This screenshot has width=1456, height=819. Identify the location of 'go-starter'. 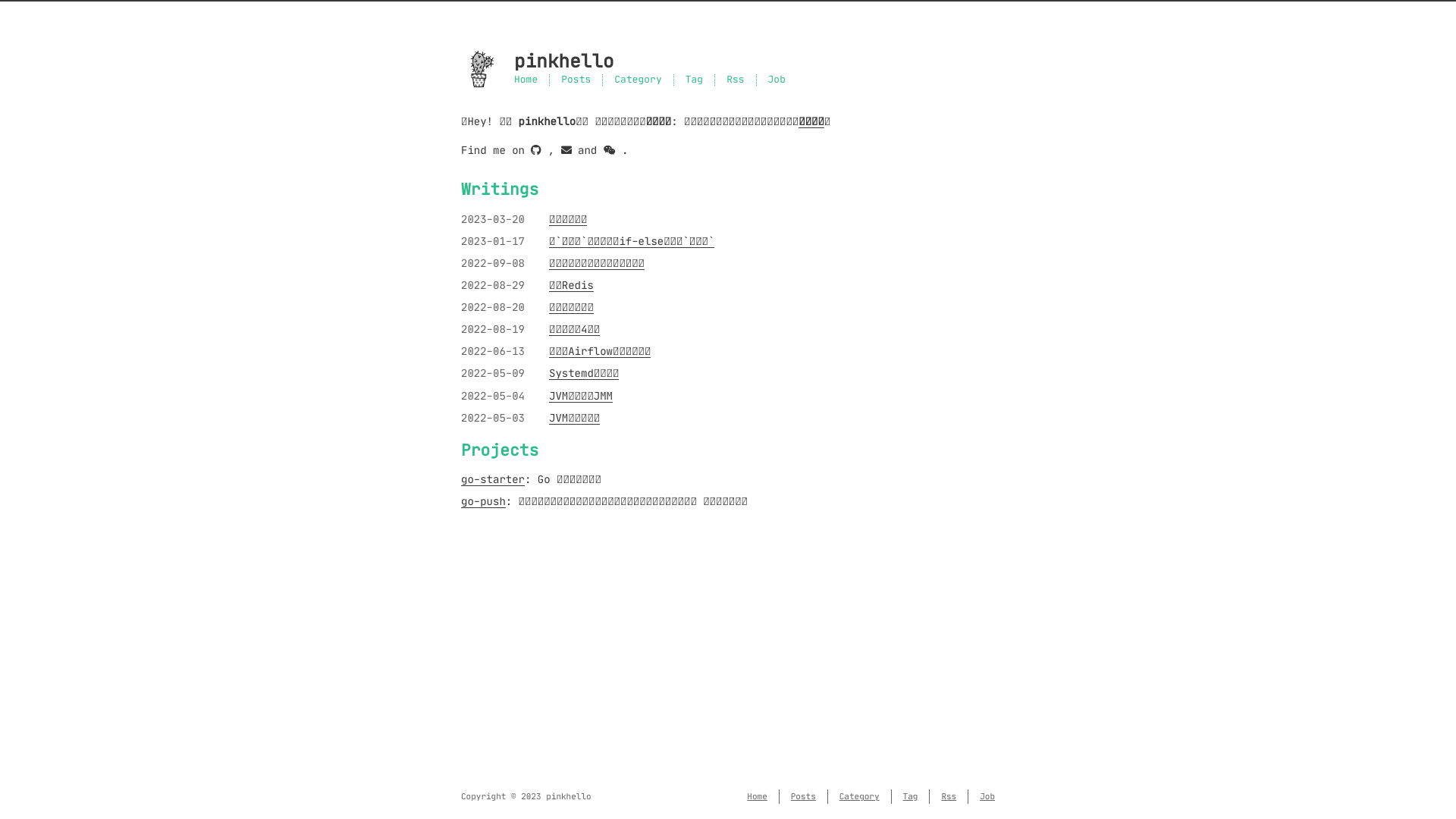
(492, 479).